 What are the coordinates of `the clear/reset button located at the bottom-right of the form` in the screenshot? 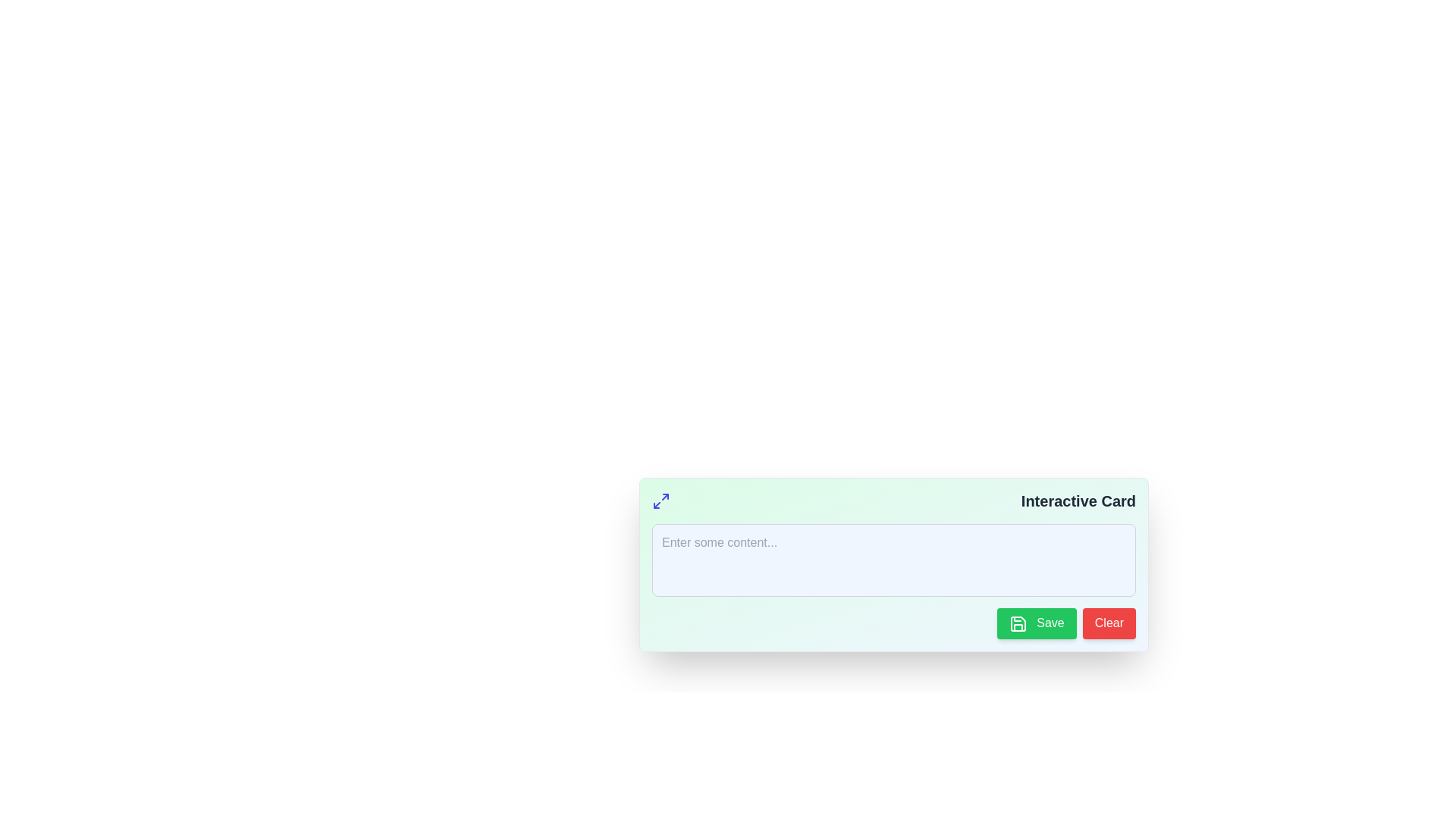 It's located at (1109, 623).